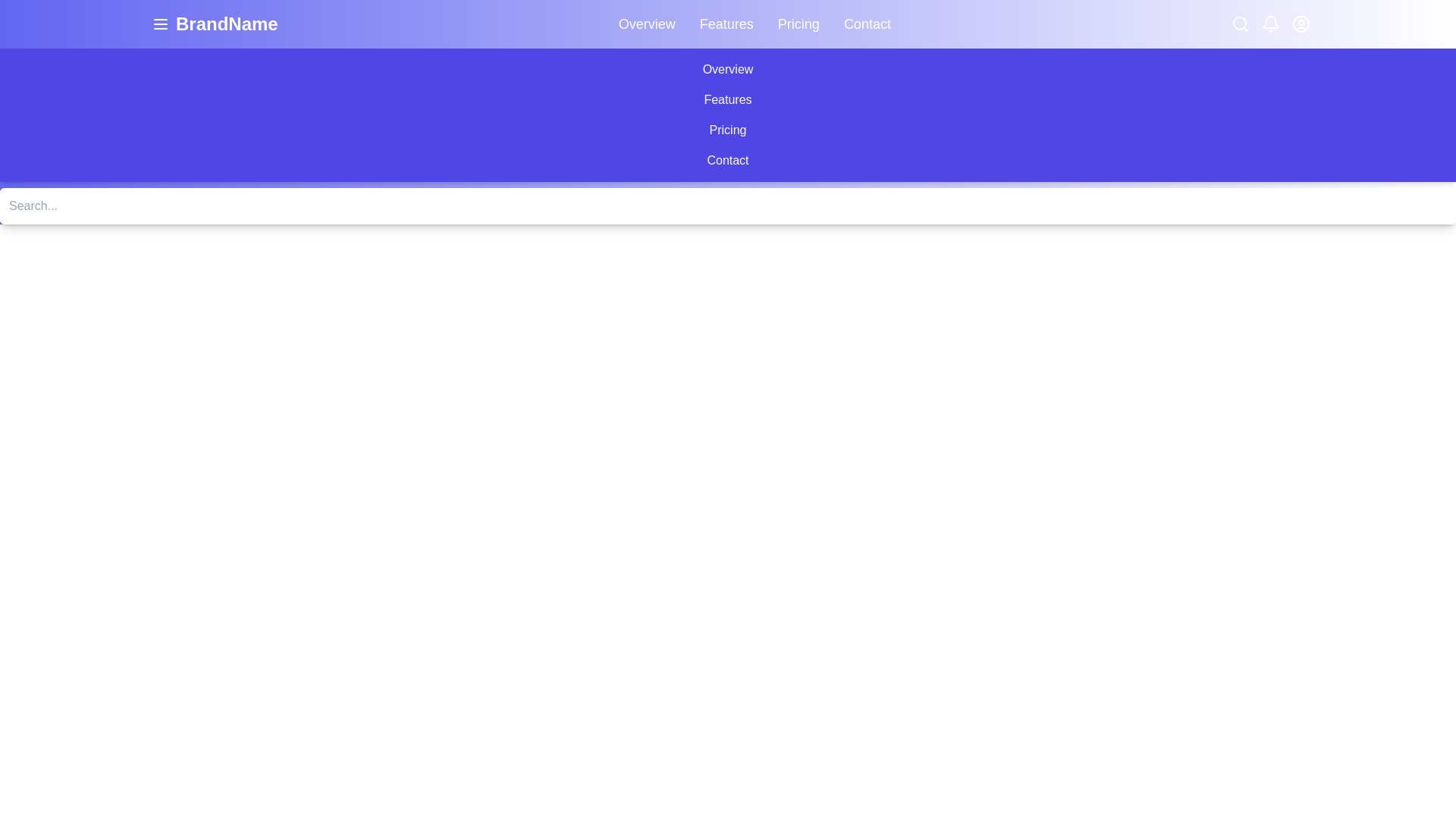 This screenshot has height=819, width=1456. Describe the element at coordinates (728, 130) in the screenshot. I see `the 'Pricing' button in the navigation menu, which is a blue rectangular segment with white text, located below 'Features' and above 'Contact'` at that location.